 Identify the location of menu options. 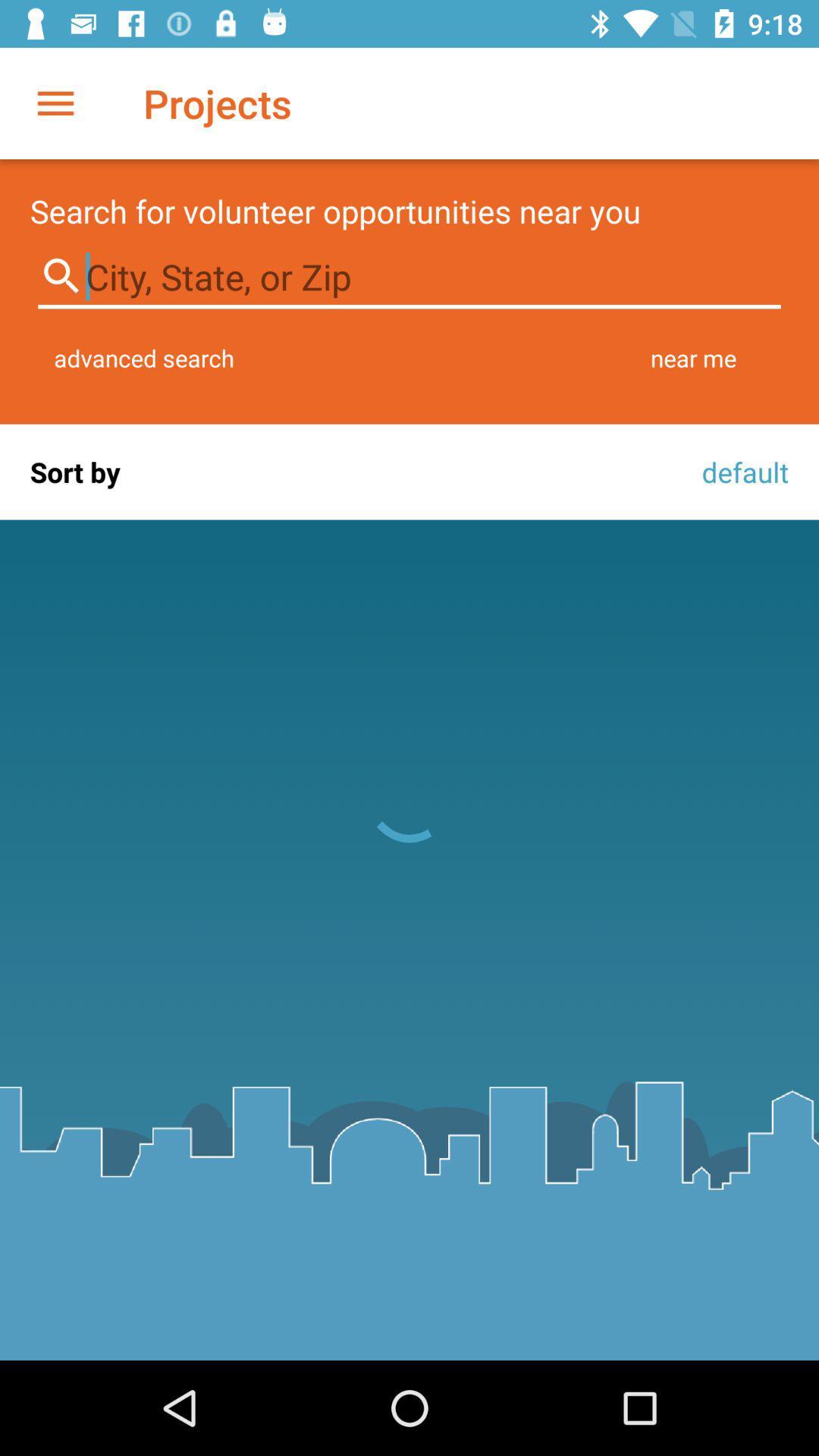
(55, 102).